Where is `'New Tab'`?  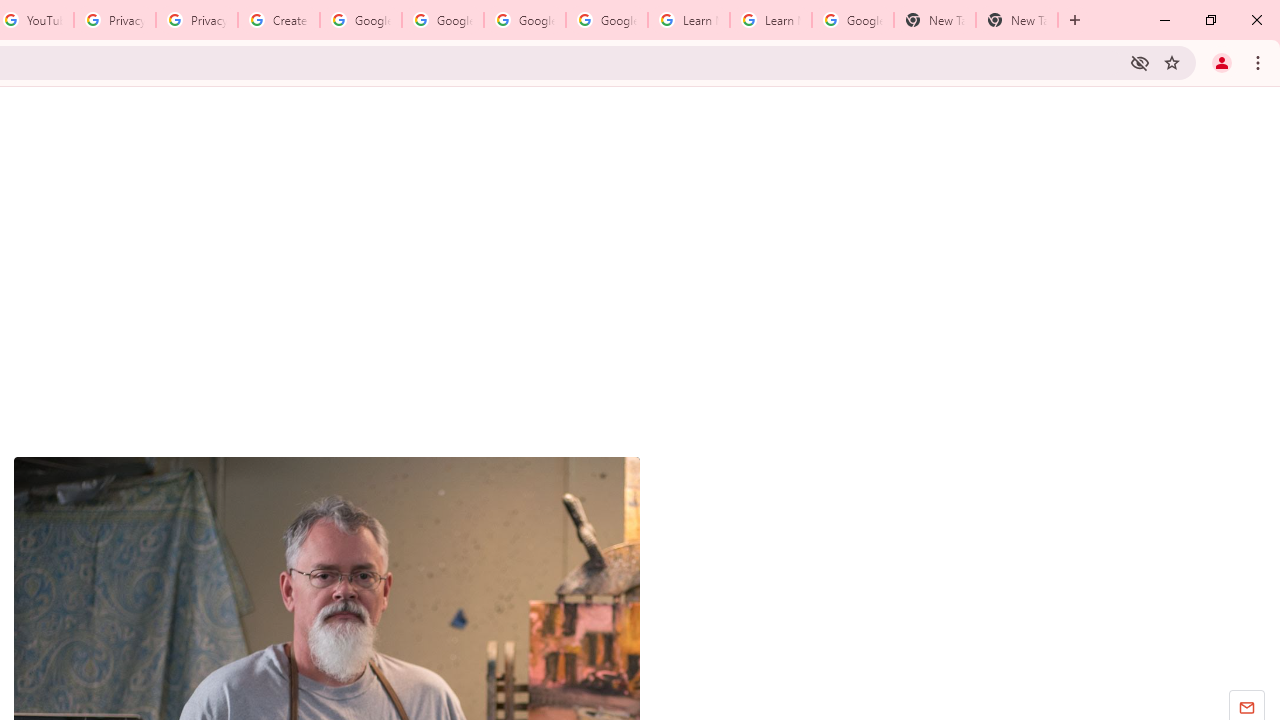
'New Tab' is located at coordinates (934, 20).